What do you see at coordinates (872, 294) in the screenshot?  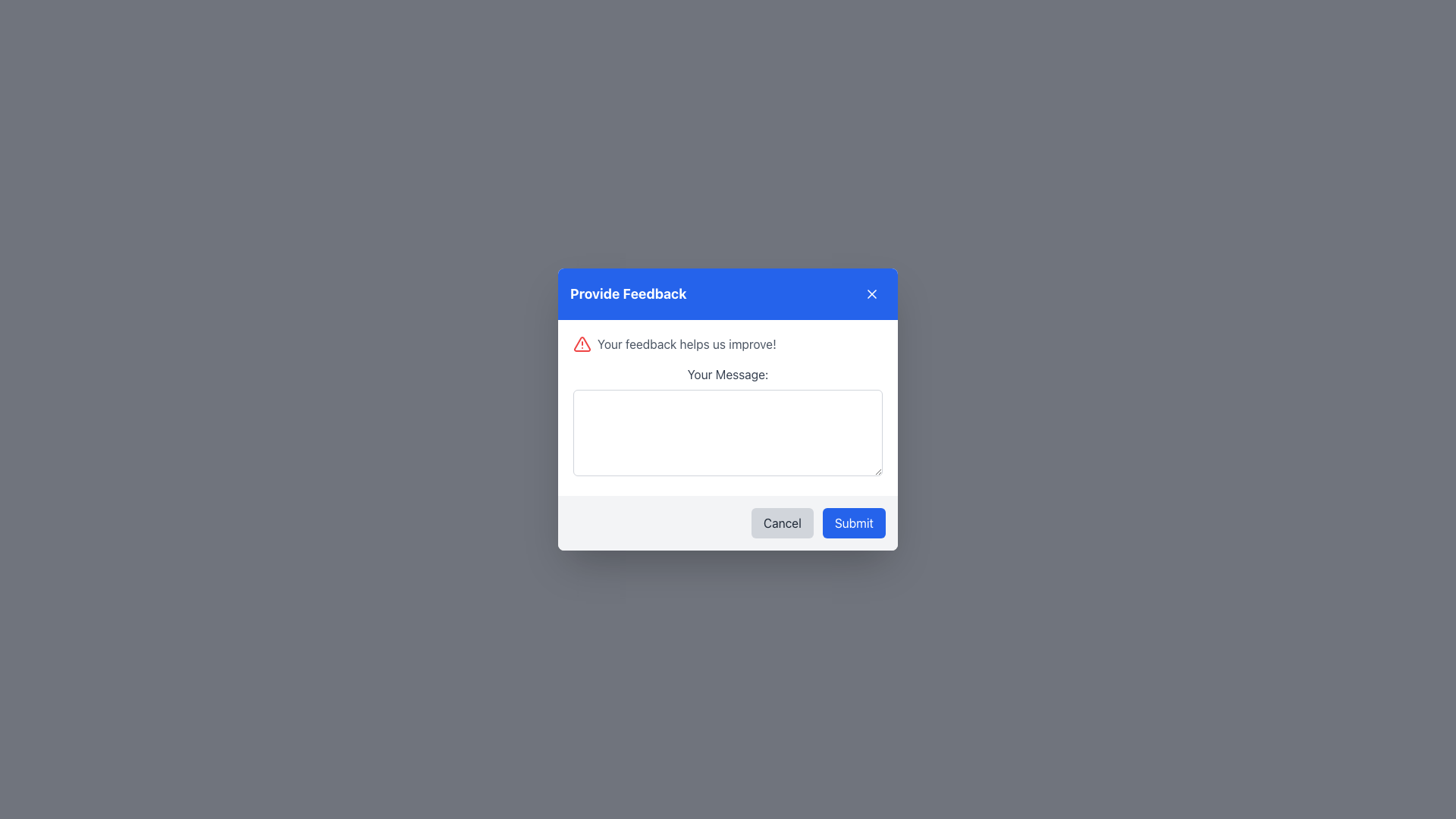 I see `the small cross (X) icon button with a blue background in the top-right corner of the header bar labeled 'Provide Feedback'` at bounding box center [872, 294].